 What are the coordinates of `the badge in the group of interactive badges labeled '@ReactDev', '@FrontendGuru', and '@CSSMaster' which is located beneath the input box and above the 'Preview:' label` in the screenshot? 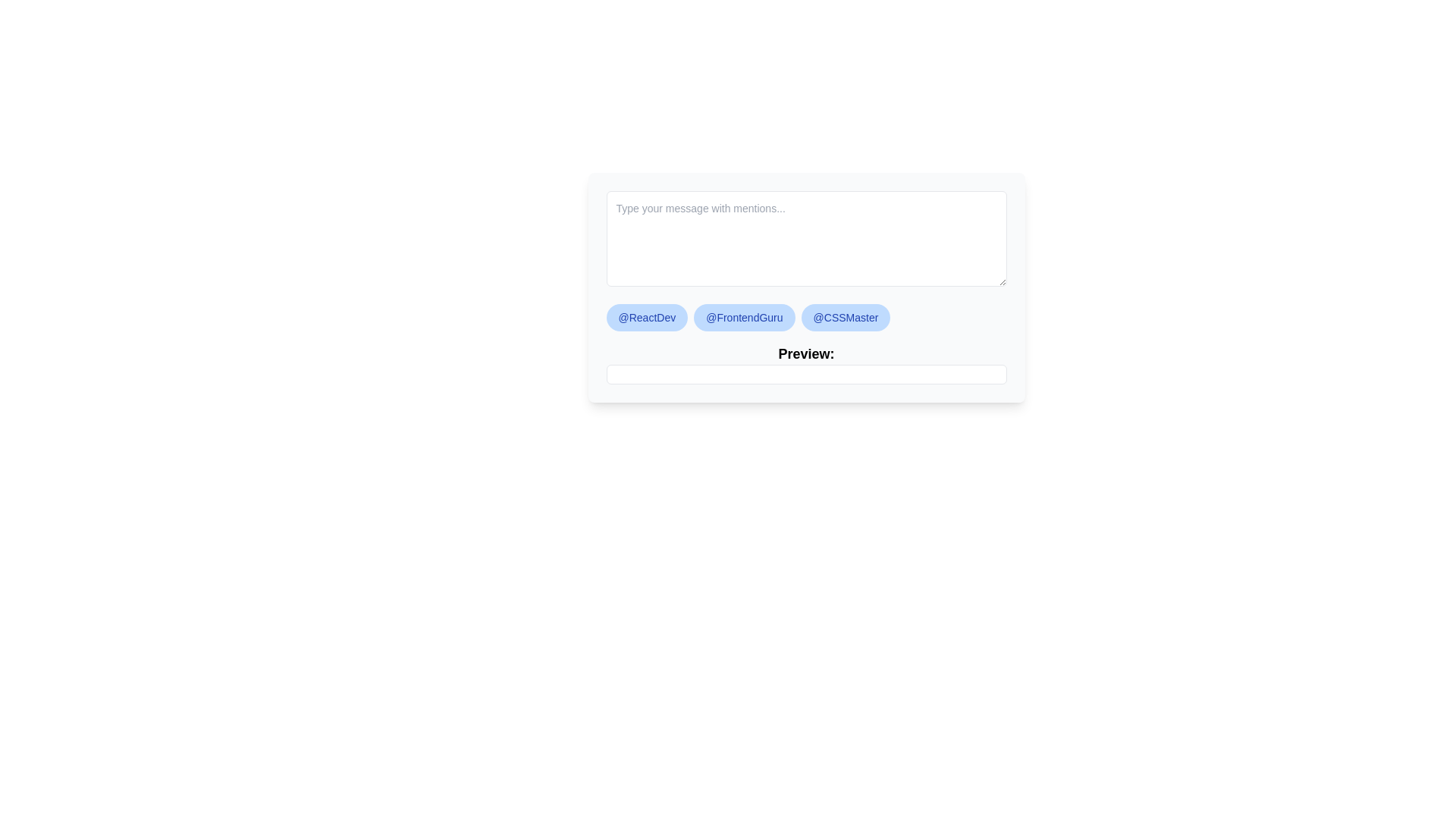 It's located at (805, 317).